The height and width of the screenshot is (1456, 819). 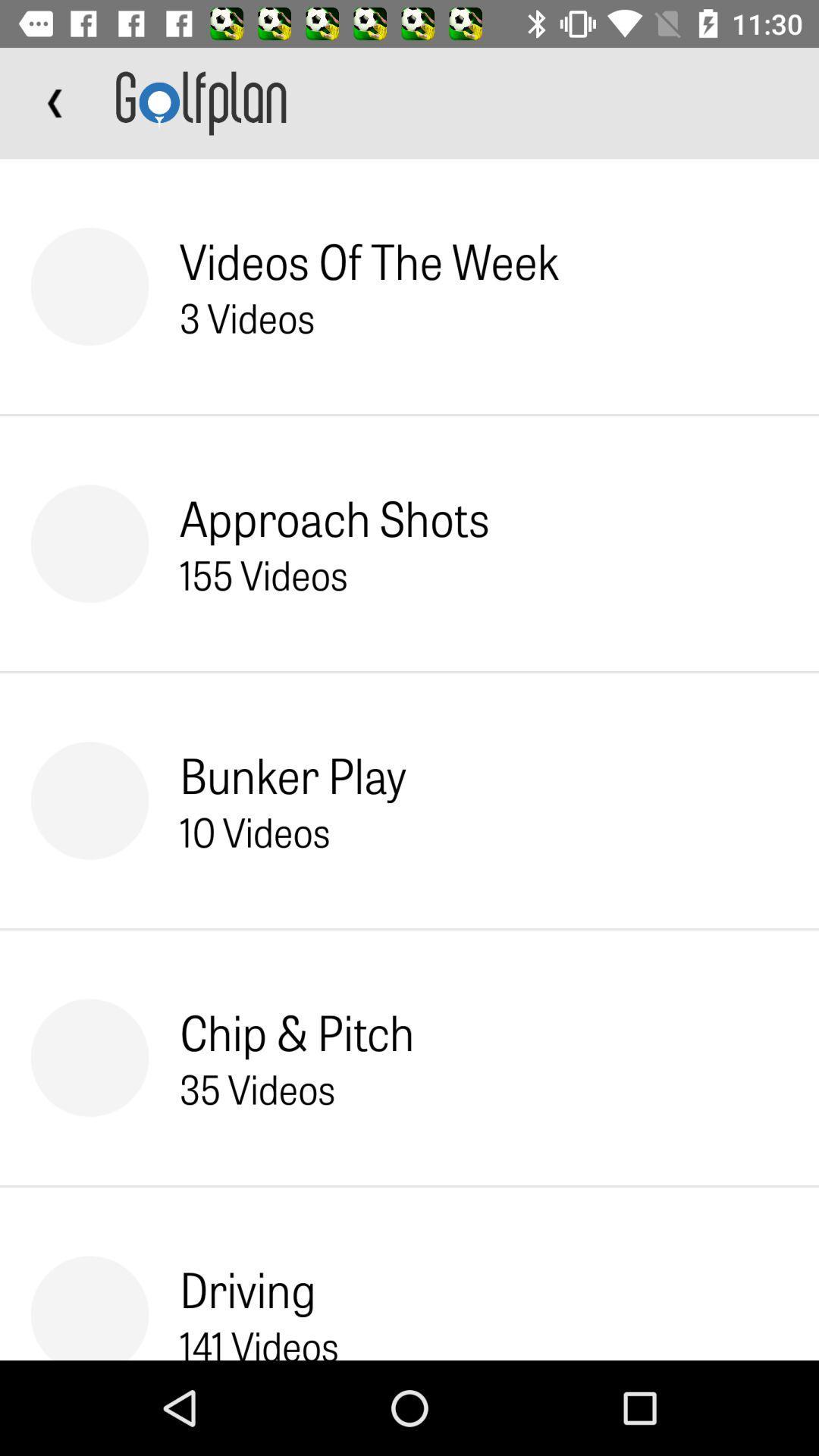 I want to click on the 141 videos item, so click(x=259, y=1340).